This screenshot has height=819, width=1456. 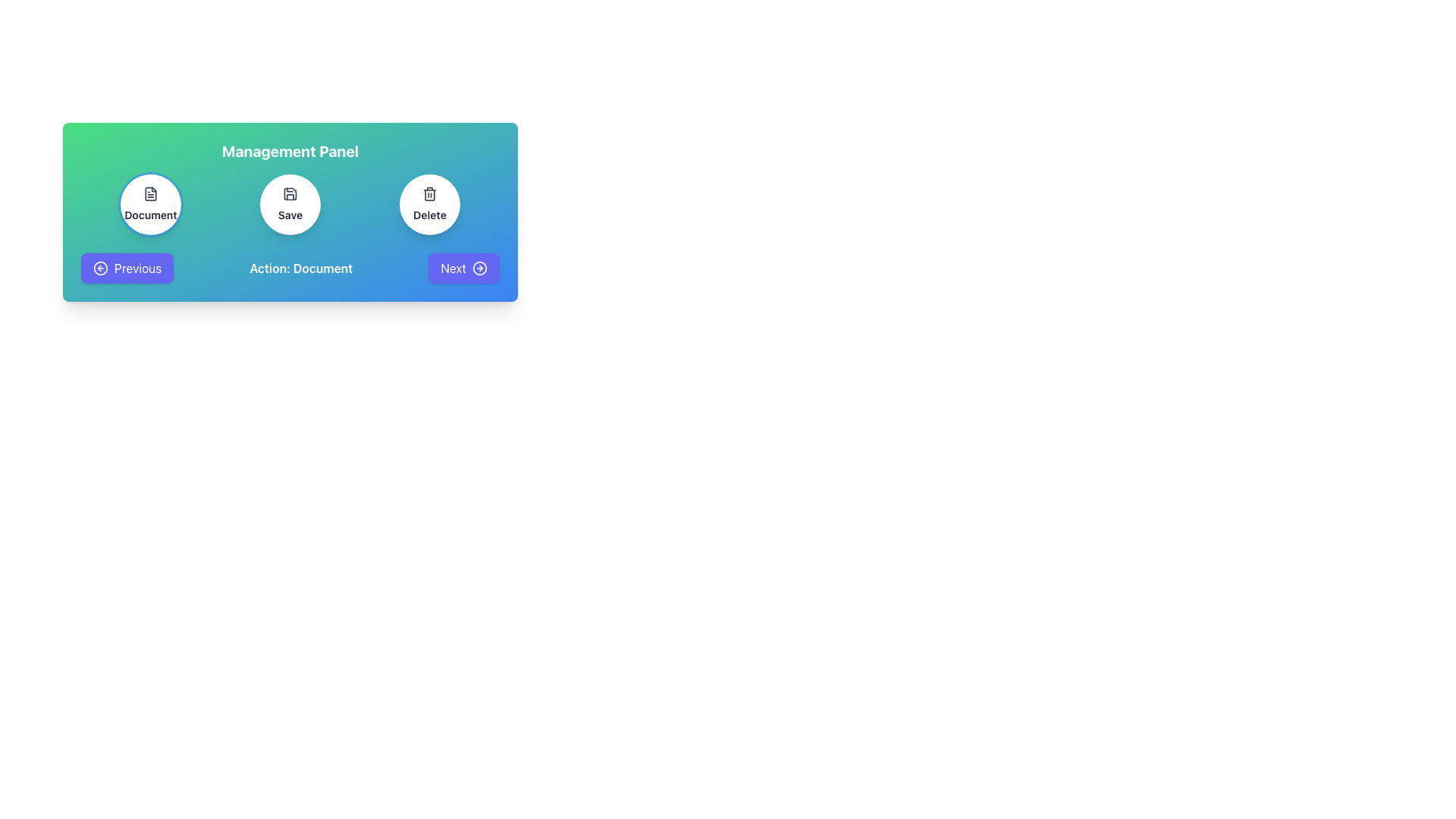 I want to click on the text label that reads 'Action: Document', which is centrally positioned between the 'Previous' and 'Next' buttons, so click(x=301, y=268).